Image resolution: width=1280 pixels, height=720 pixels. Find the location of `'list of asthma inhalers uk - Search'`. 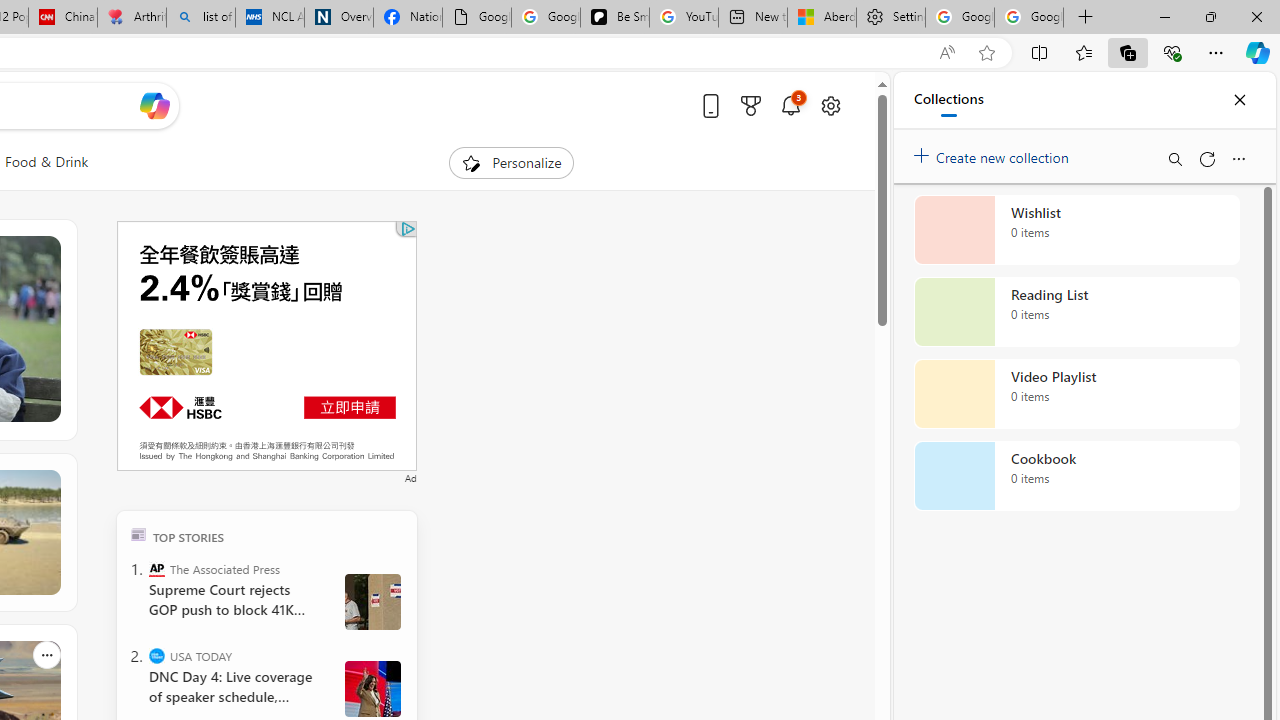

'list of asthma inhalers uk - Search' is located at coordinates (200, 17).